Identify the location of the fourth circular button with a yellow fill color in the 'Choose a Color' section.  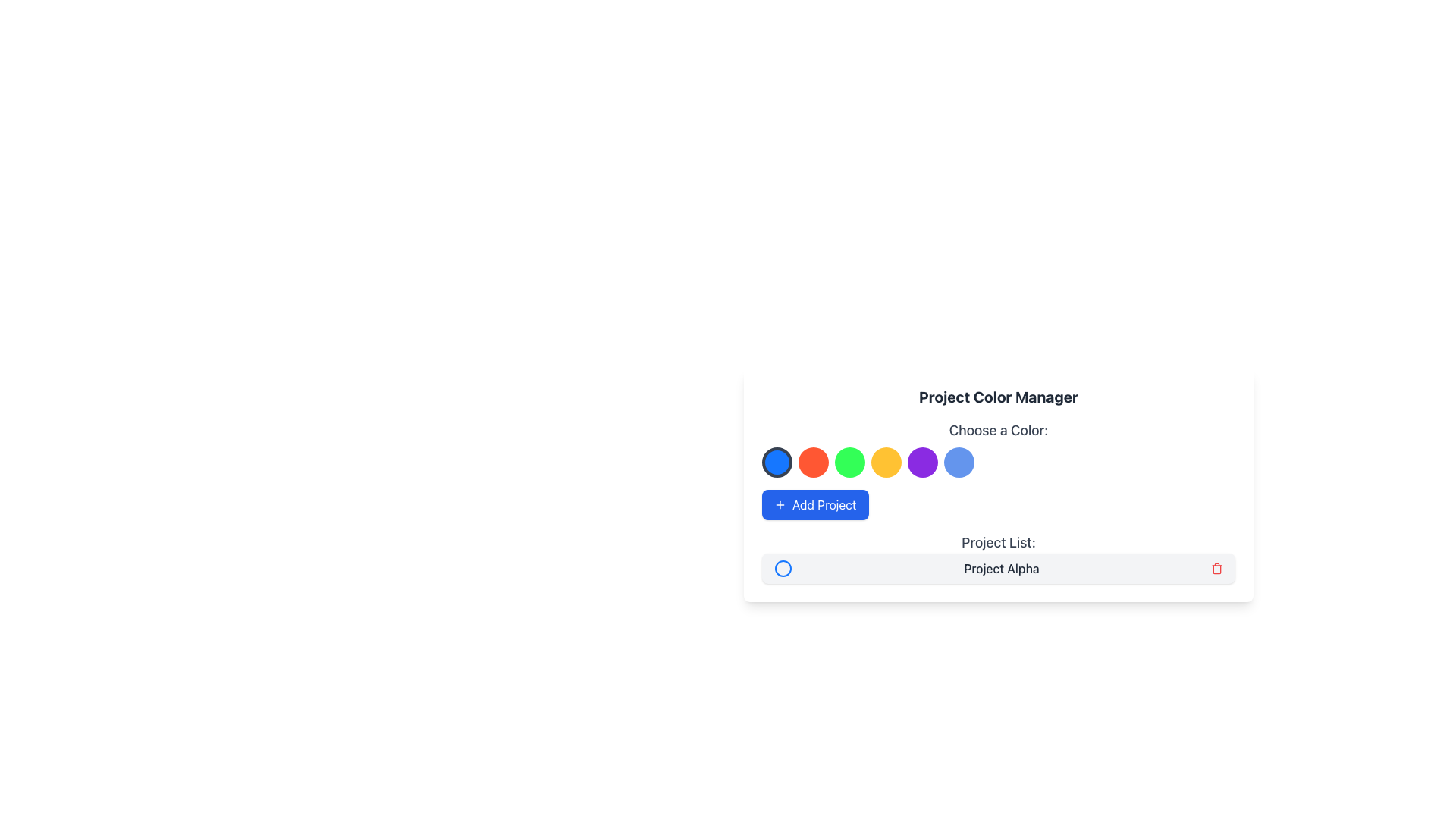
(886, 461).